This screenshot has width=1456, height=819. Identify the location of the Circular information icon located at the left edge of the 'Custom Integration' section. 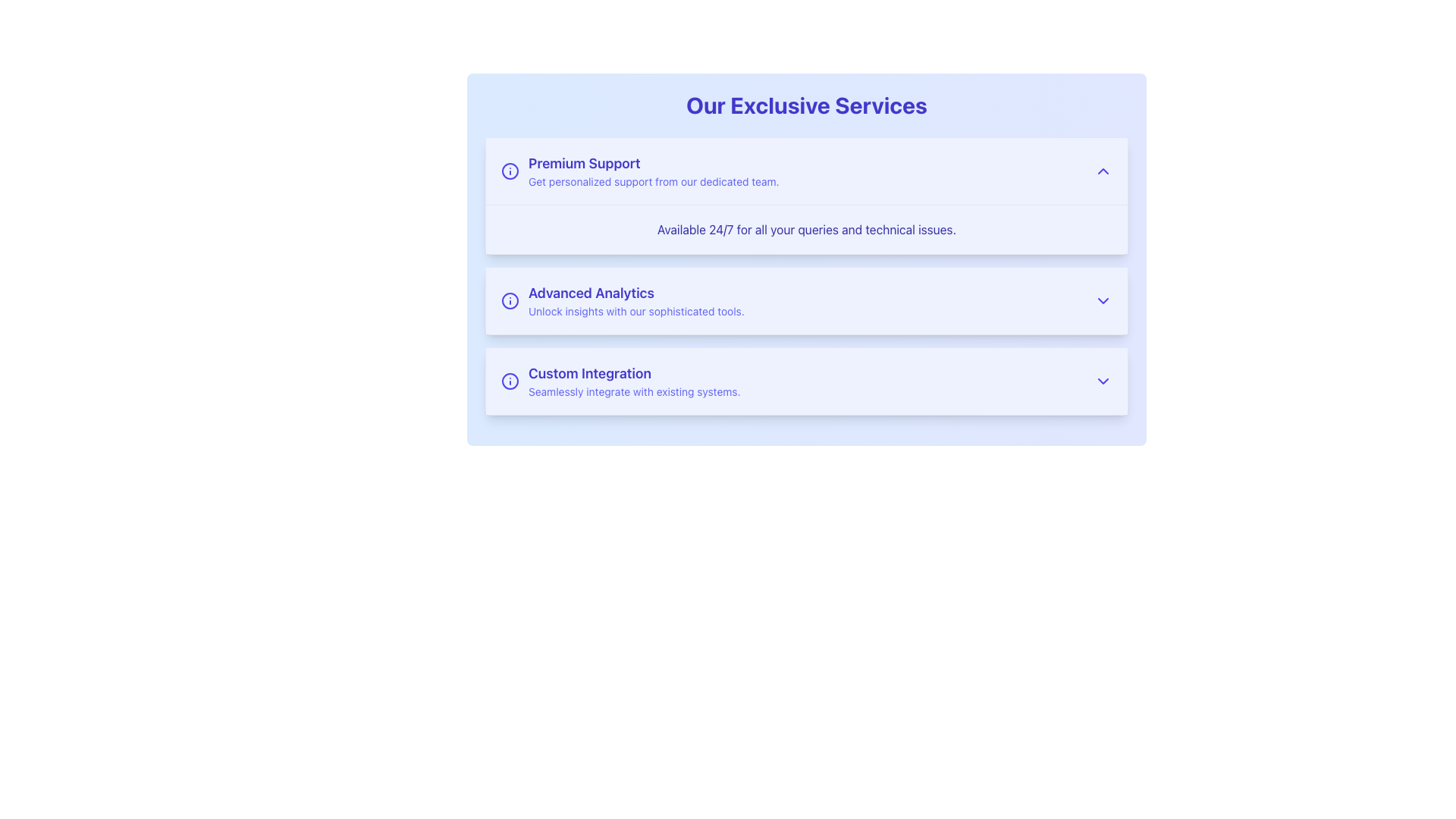
(510, 380).